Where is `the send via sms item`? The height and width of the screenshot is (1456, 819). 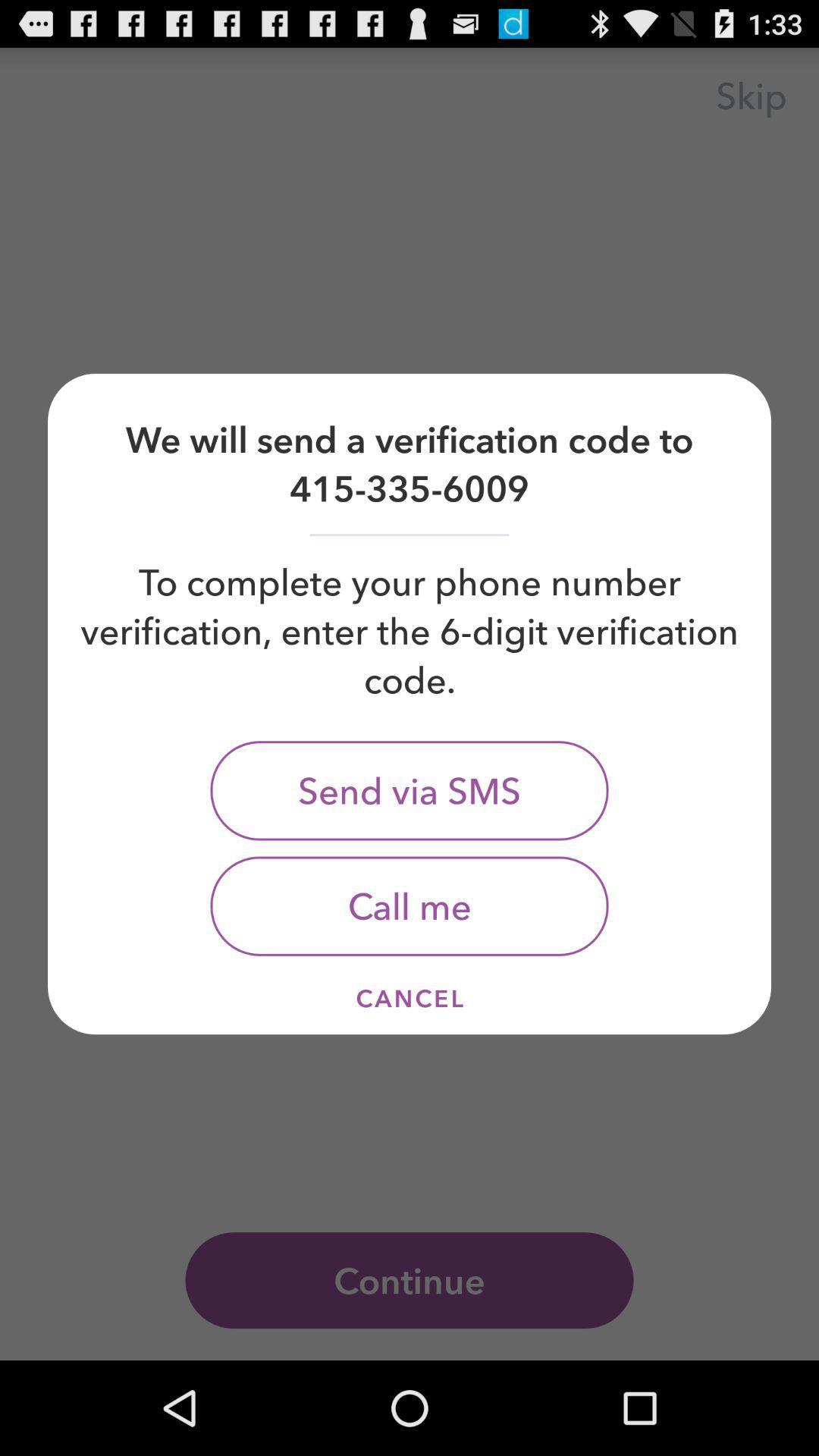
the send via sms item is located at coordinates (409, 789).